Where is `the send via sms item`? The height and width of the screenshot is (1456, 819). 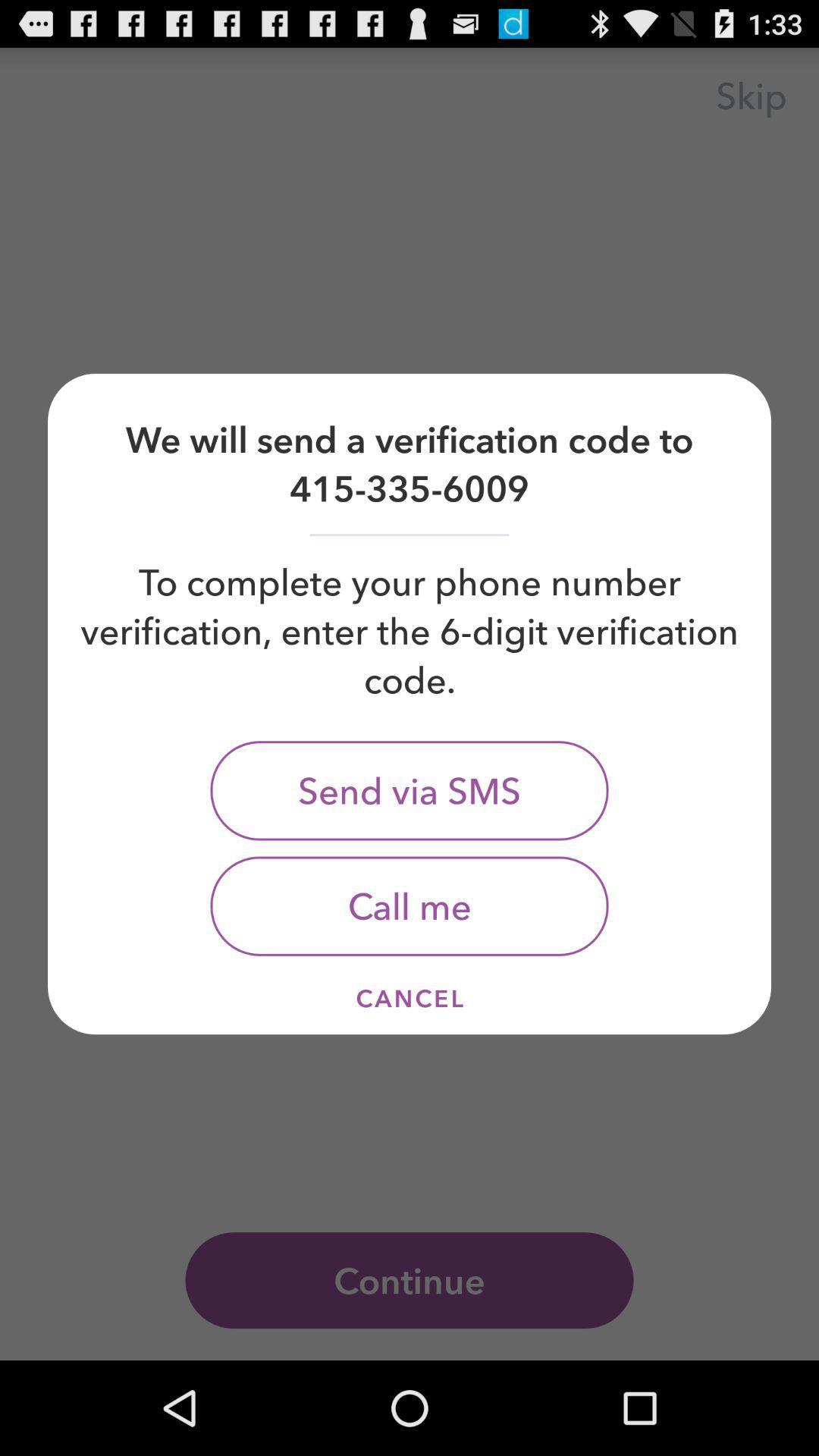
the send via sms item is located at coordinates (409, 789).